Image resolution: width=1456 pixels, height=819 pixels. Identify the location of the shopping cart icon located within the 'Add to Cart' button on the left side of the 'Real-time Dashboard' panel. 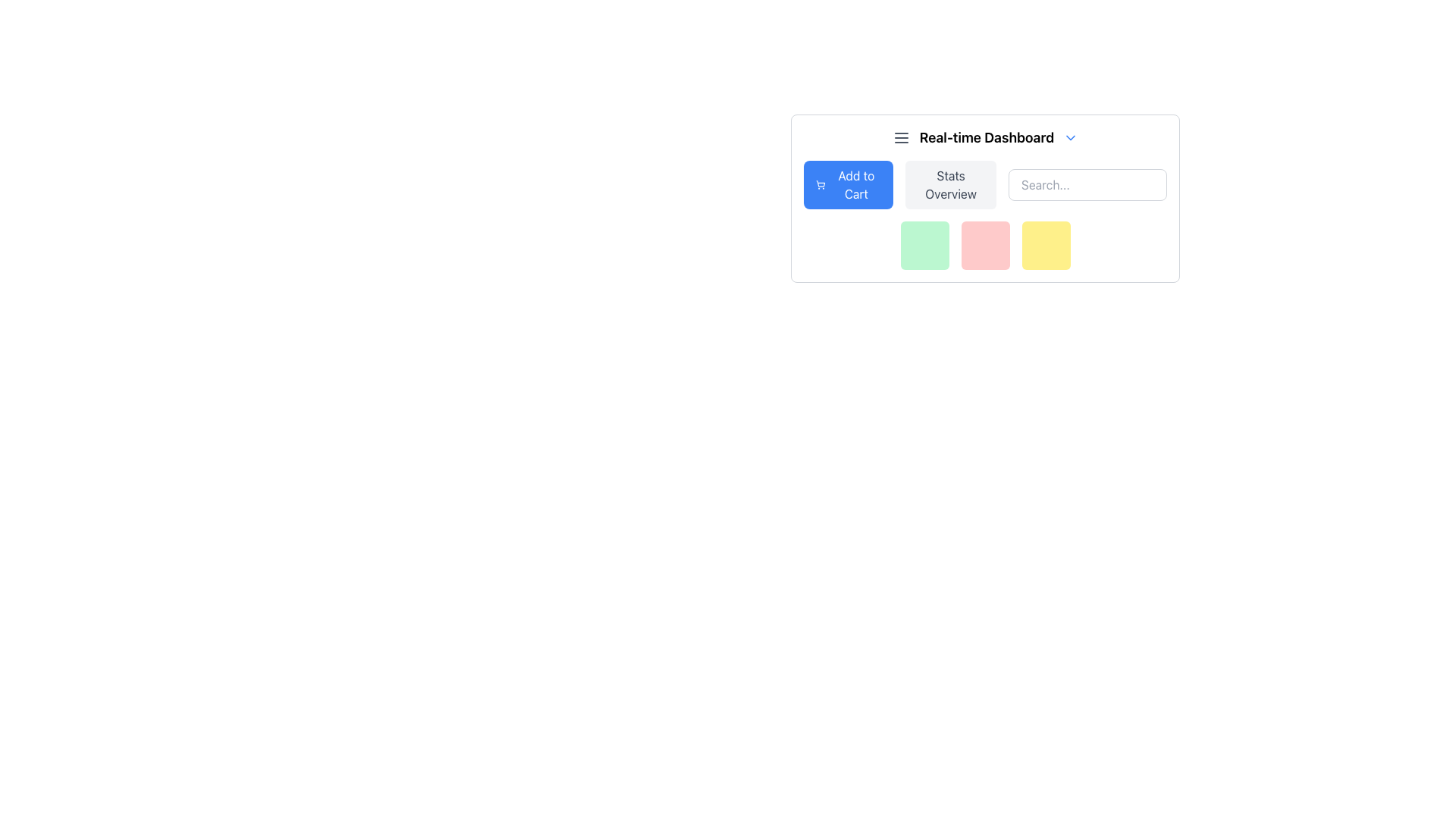
(820, 184).